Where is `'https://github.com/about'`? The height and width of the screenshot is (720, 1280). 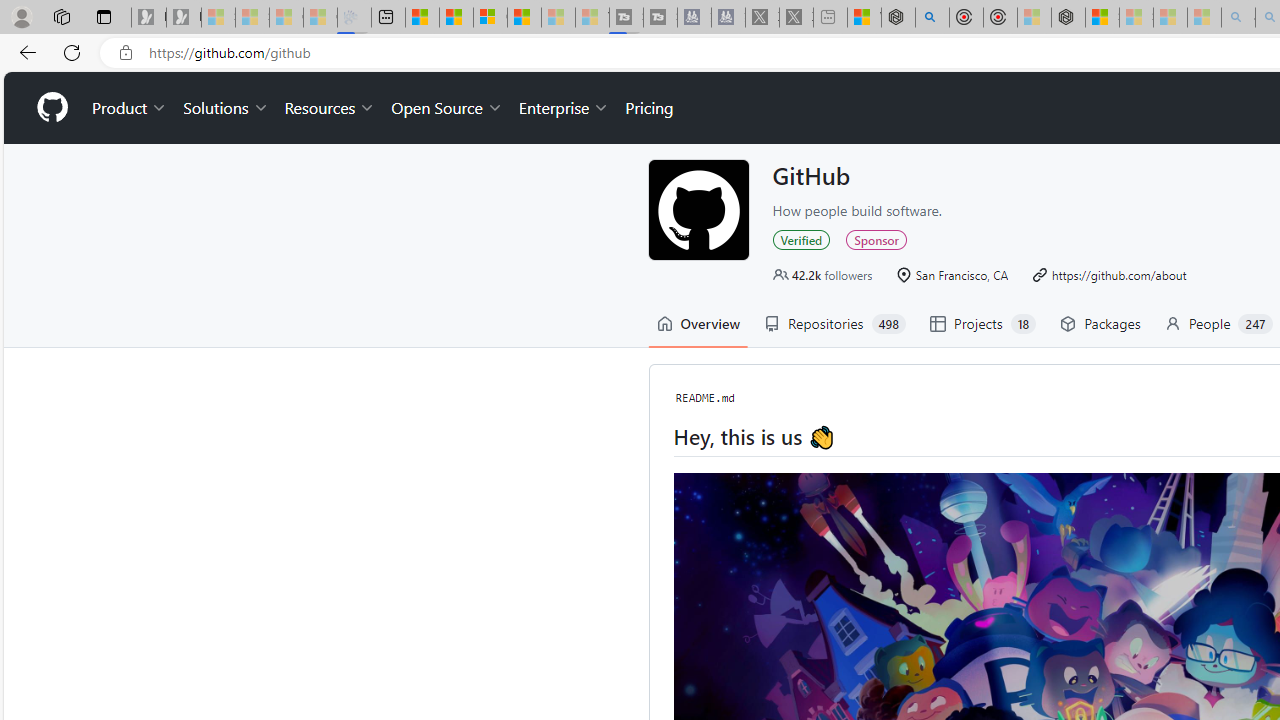
'https://github.com/about' is located at coordinates (1117, 275).